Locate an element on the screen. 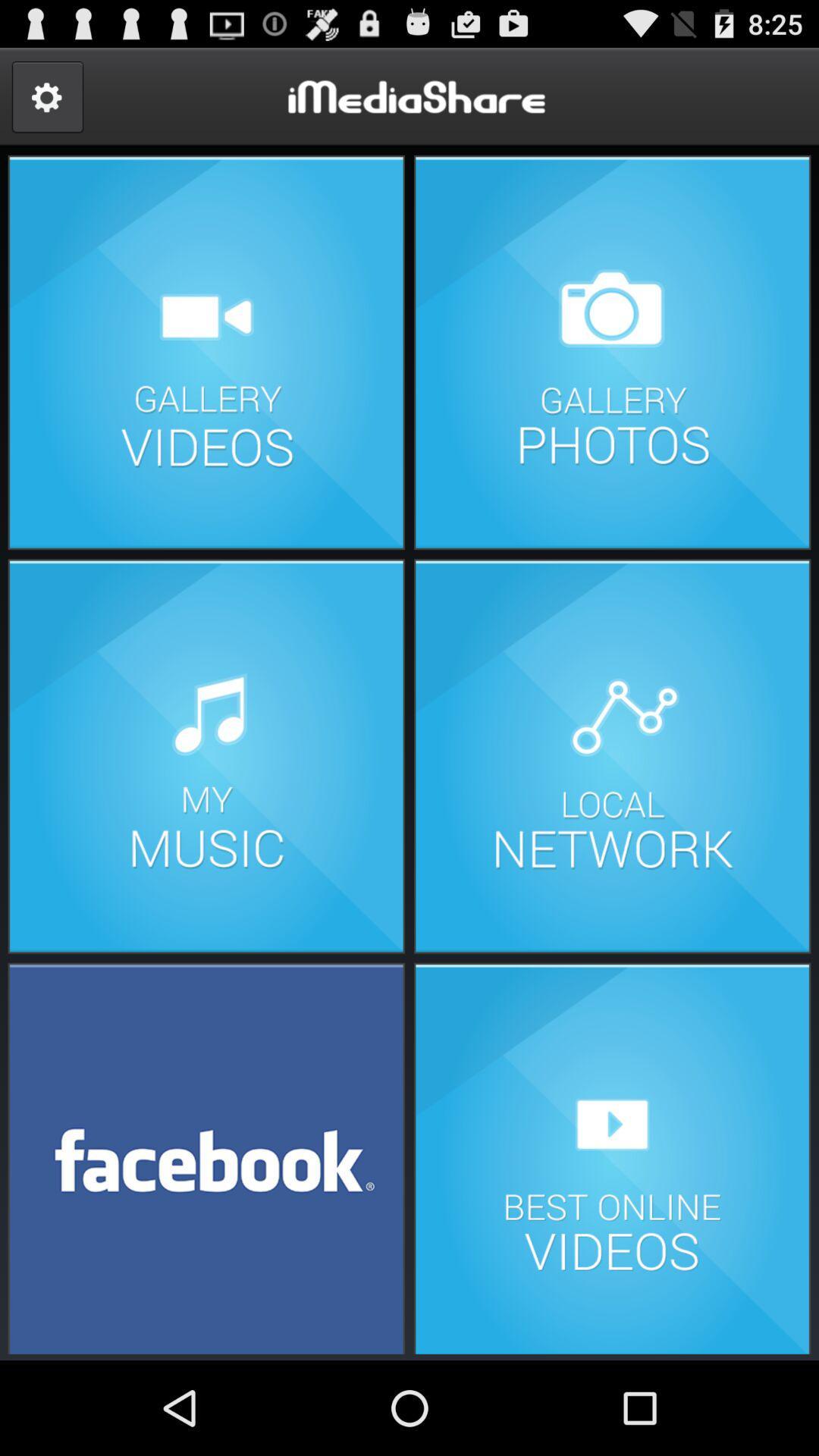 The image size is (819, 1456). photos is located at coordinates (611, 352).